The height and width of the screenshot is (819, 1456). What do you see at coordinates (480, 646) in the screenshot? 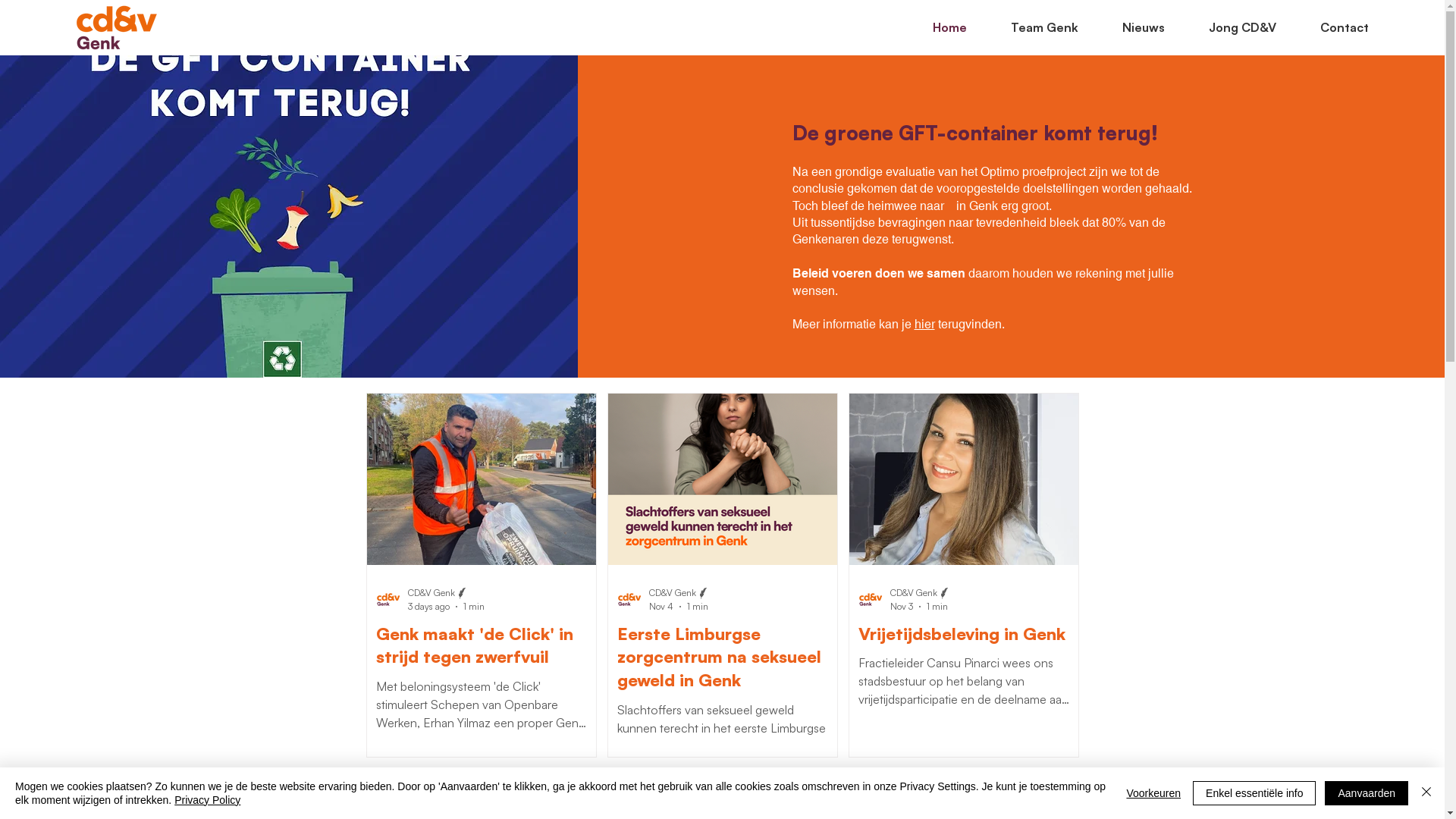
I see `'Genk maakt 'de Click' in strijd tegen zwerfvuil'` at bounding box center [480, 646].